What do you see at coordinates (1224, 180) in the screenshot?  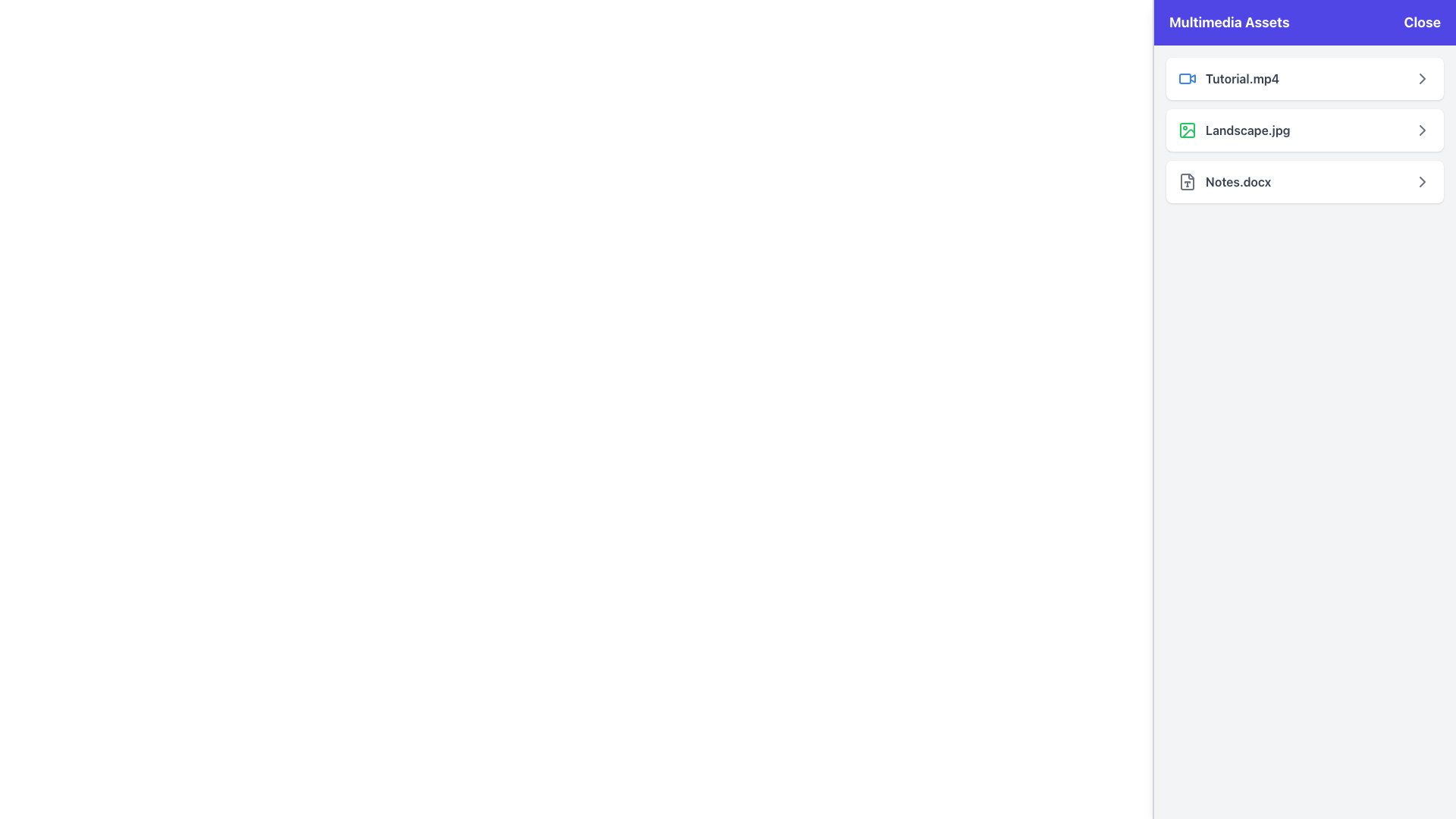 I see `the third item` at bounding box center [1224, 180].